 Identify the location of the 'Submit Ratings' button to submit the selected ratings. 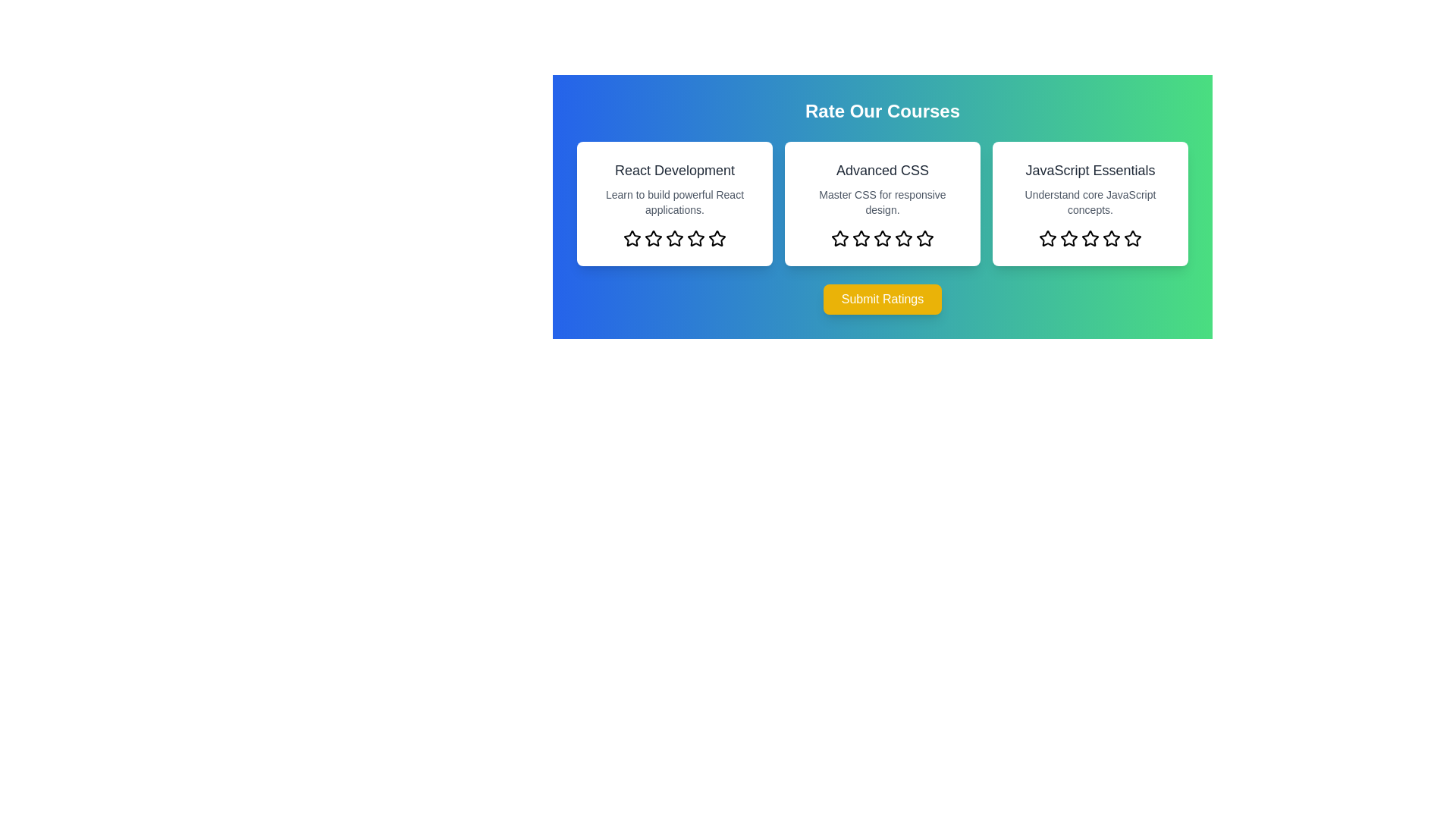
(882, 299).